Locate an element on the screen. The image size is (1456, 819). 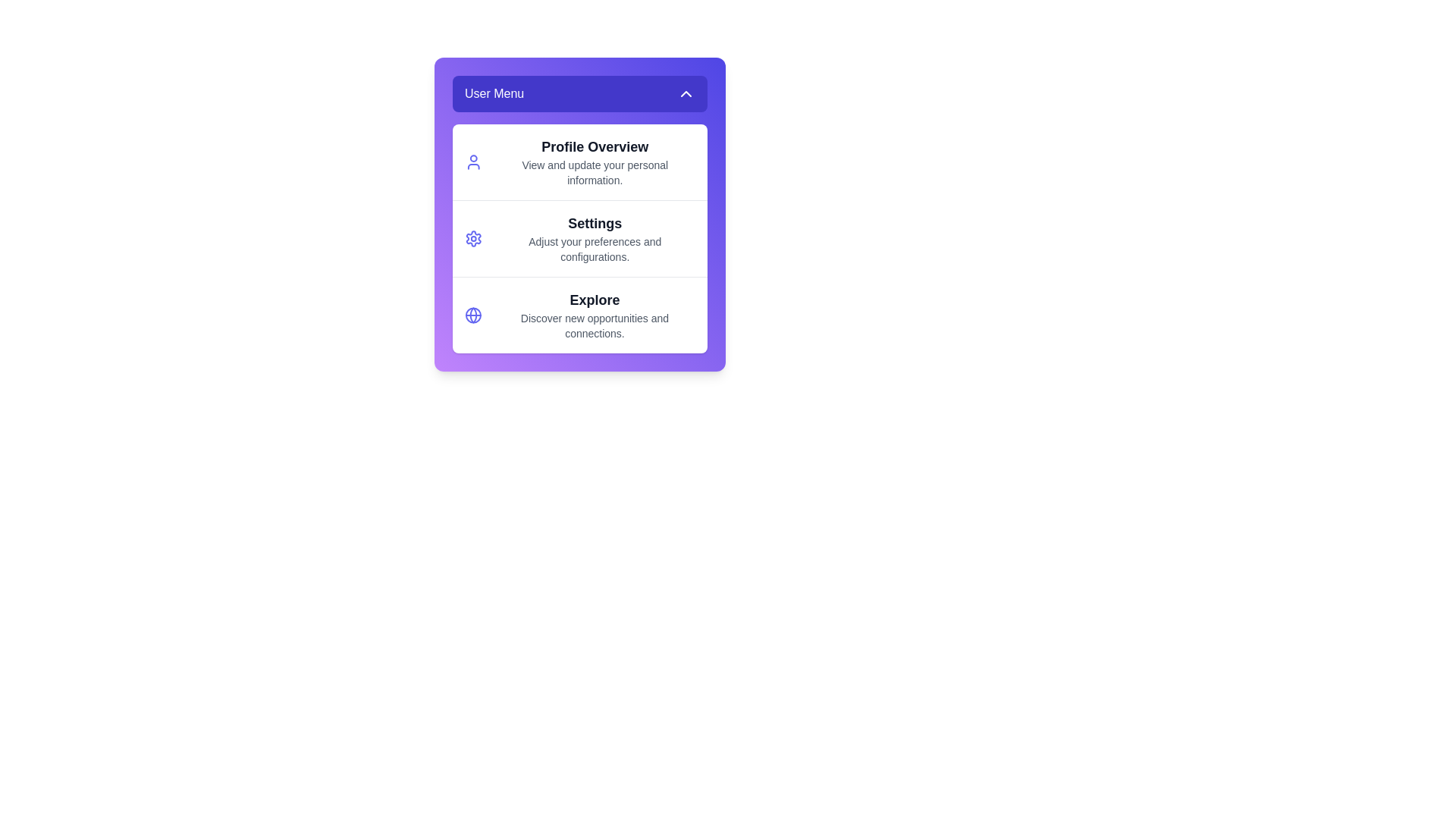
the toggle button located at the top of the vertically aligned purple panel is located at coordinates (579, 93).